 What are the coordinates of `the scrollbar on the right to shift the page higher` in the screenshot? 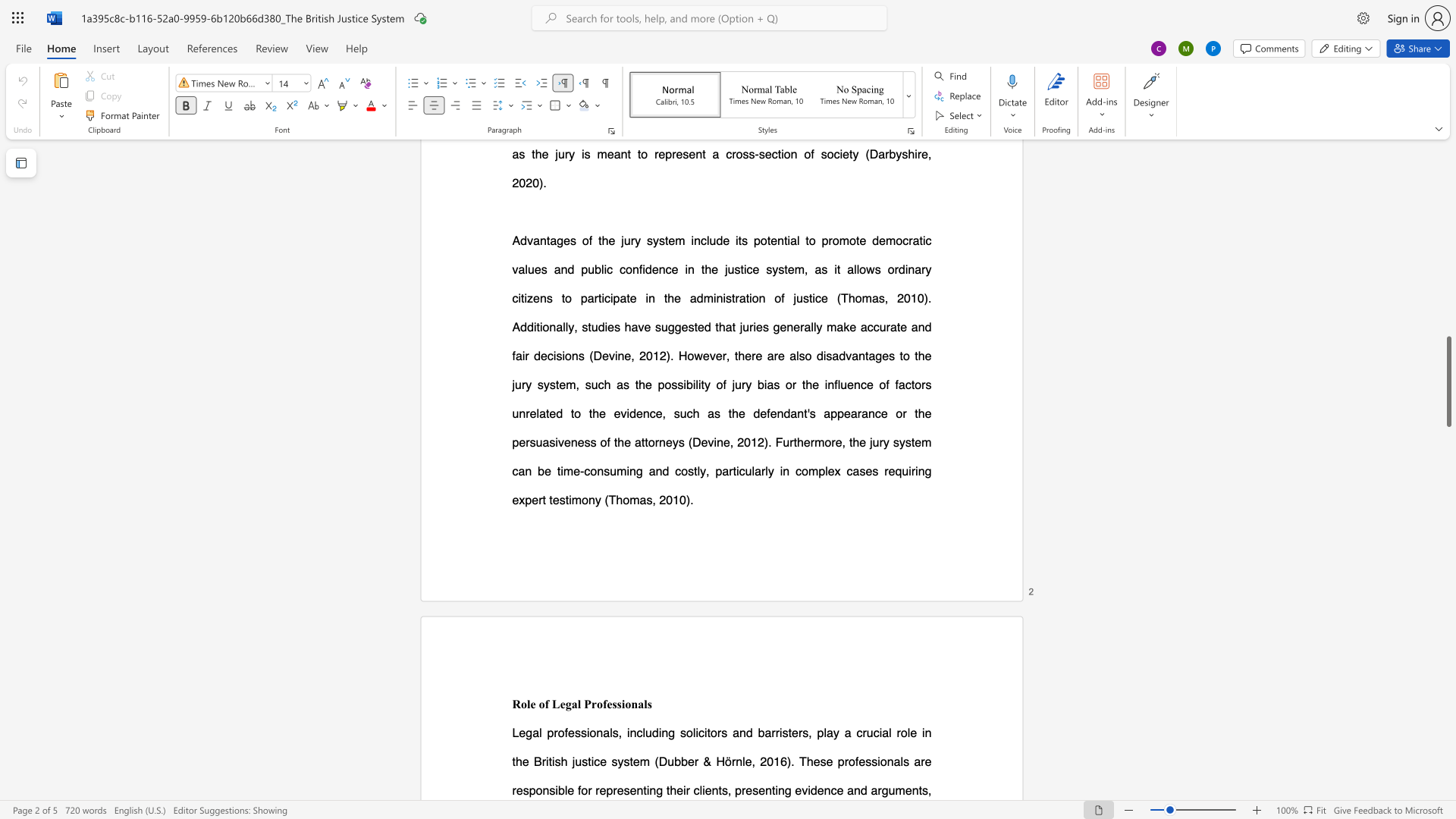 It's located at (1448, 212).